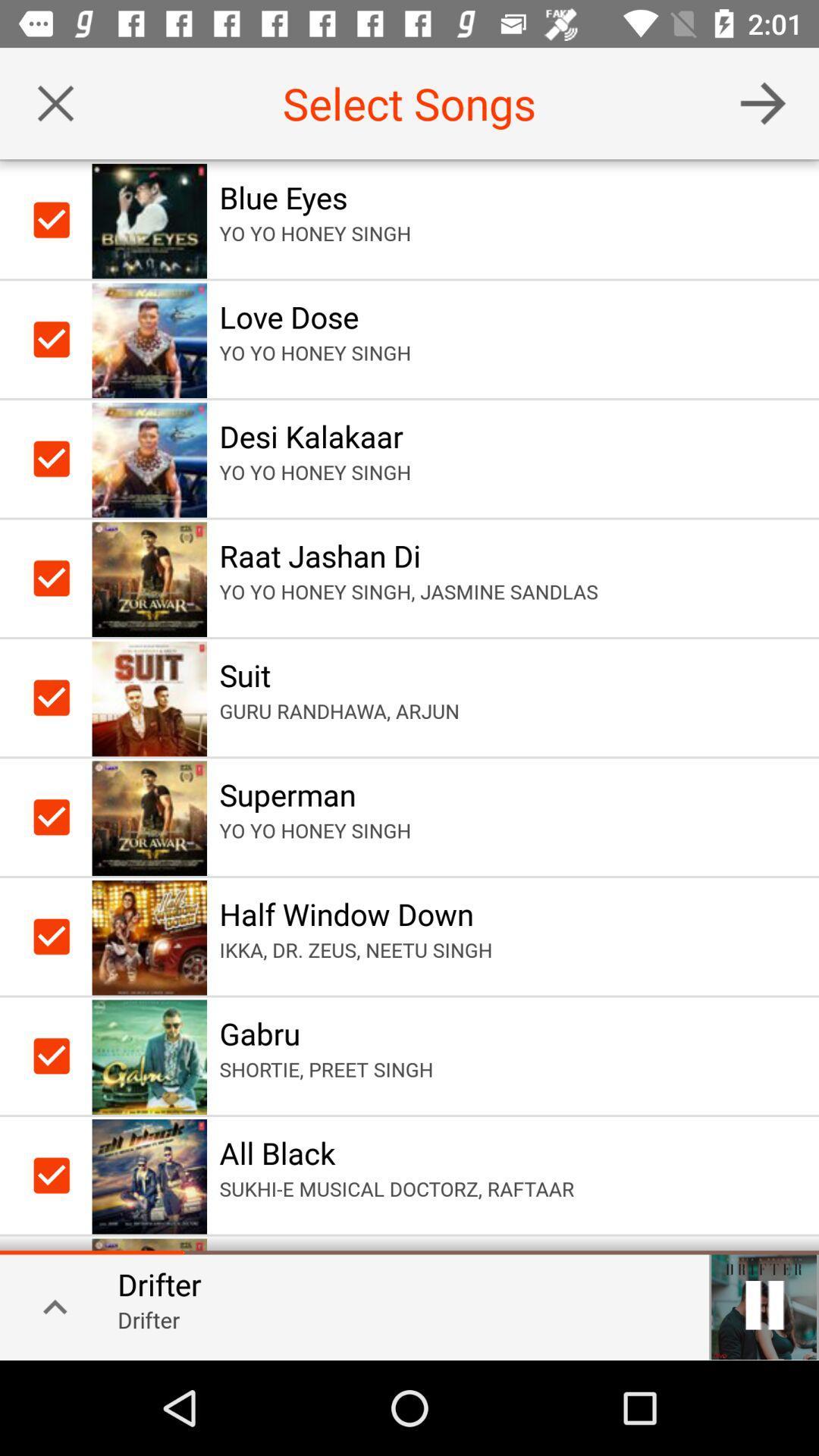  I want to click on expand current song settings, so click(49, 1305).